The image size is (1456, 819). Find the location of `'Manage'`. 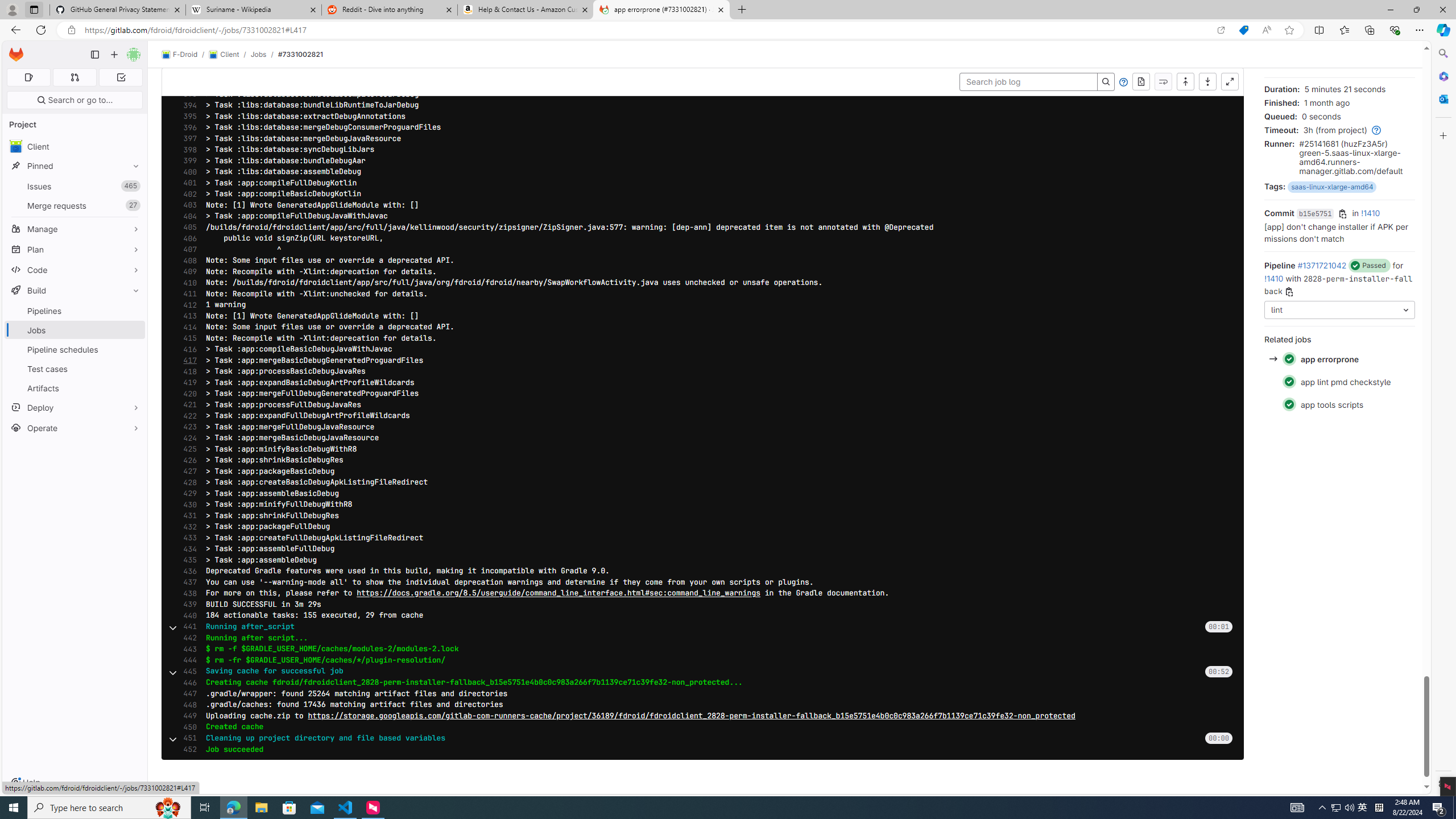

'Manage' is located at coordinates (74, 229).